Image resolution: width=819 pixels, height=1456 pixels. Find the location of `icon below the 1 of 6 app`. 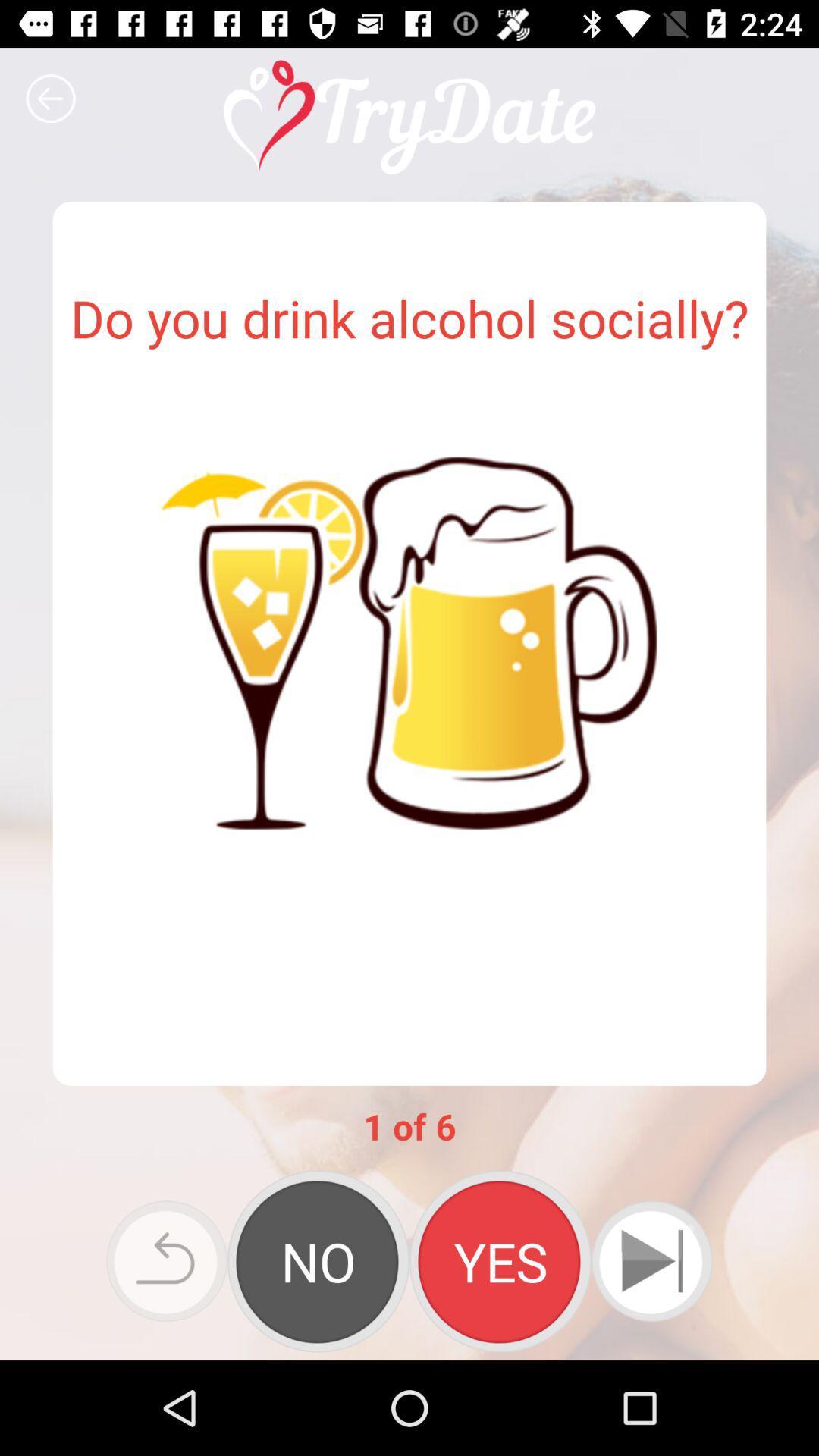

icon below the 1 of 6 app is located at coordinates (500, 1261).